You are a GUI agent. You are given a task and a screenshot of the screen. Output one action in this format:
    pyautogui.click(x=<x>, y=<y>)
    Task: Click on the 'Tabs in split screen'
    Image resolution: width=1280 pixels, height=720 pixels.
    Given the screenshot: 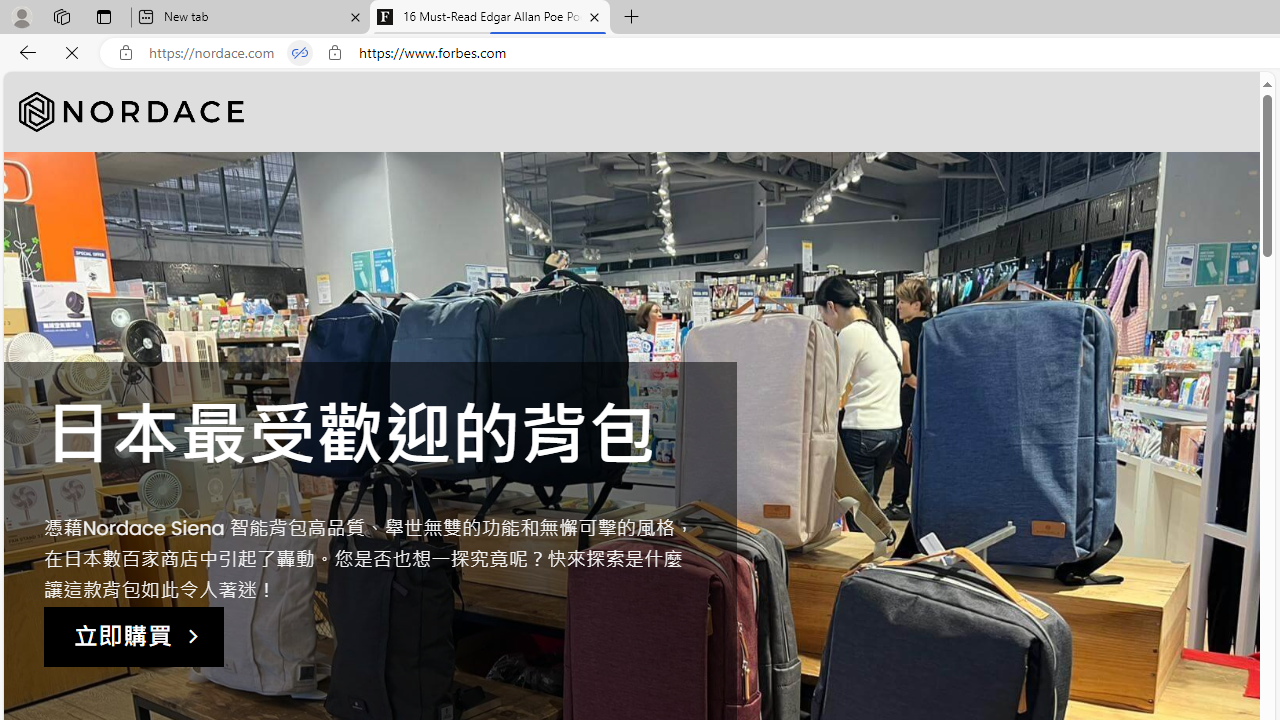 What is the action you would take?
    pyautogui.click(x=299, y=52)
    